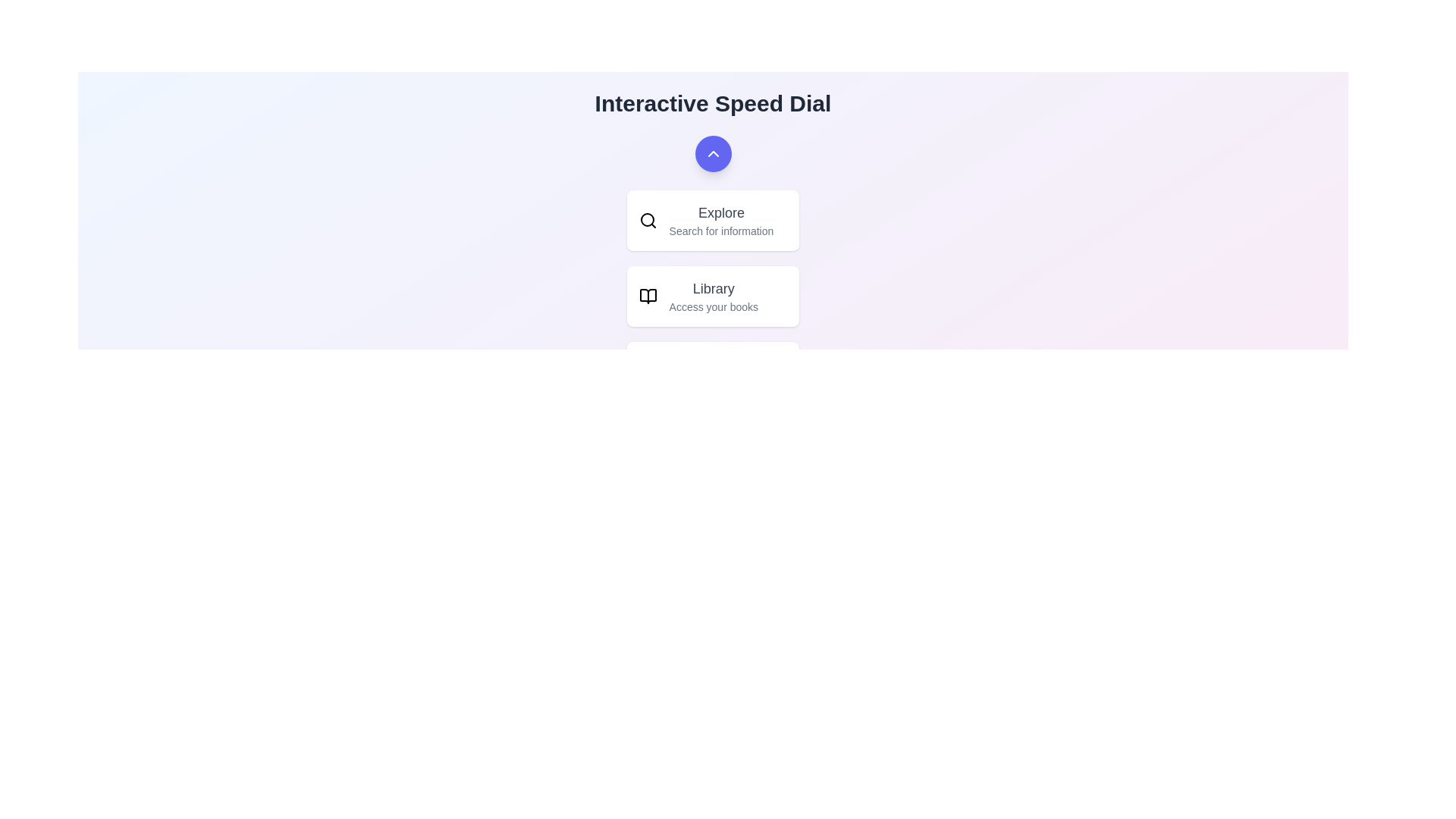  What do you see at coordinates (648, 220) in the screenshot?
I see `the Explore icon to observe its visual effect` at bounding box center [648, 220].